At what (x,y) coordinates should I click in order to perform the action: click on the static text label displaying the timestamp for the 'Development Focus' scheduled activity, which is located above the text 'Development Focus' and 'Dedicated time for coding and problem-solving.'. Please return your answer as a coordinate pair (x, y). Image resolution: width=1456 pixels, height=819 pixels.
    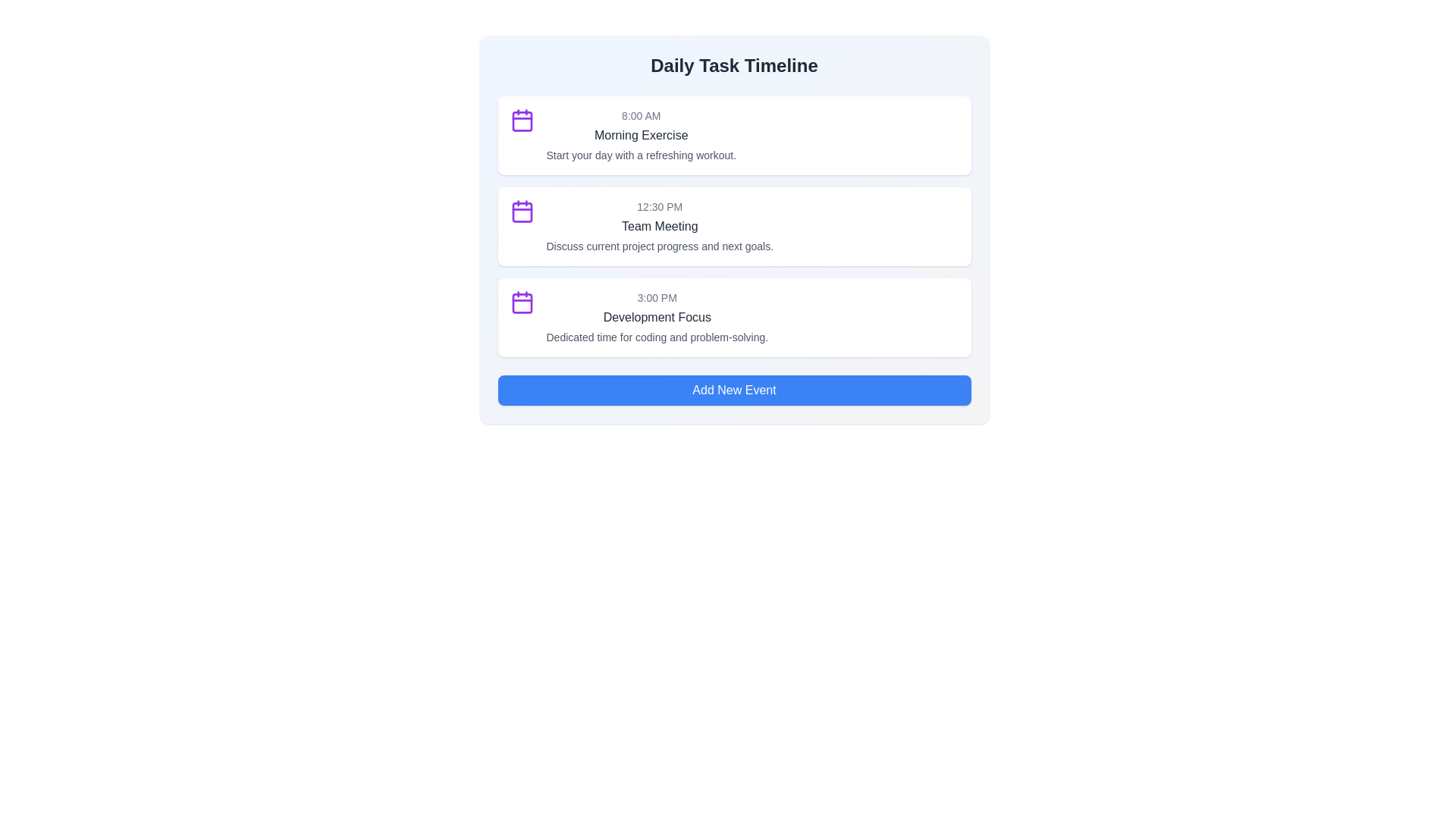
    Looking at the image, I should click on (657, 298).